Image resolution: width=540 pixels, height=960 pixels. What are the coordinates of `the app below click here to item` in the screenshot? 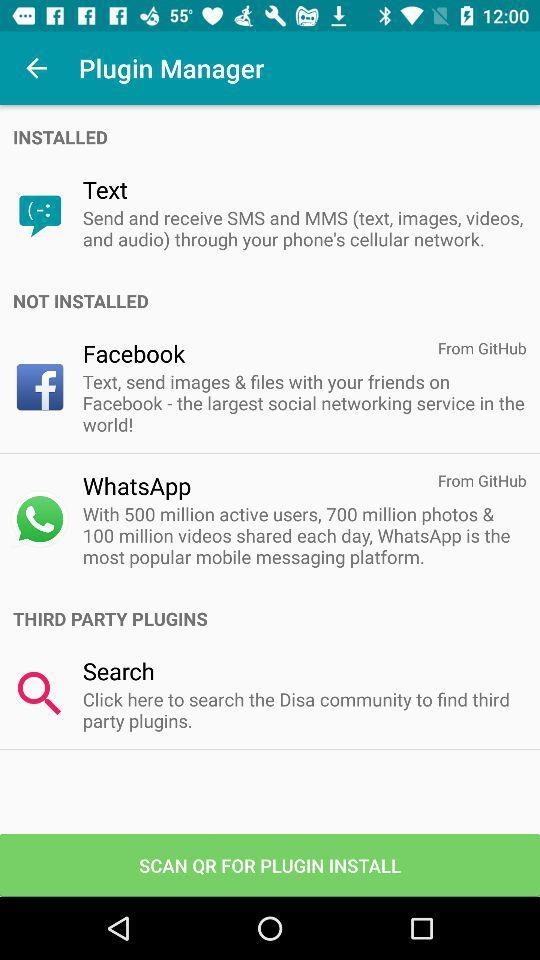 It's located at (270, 864).